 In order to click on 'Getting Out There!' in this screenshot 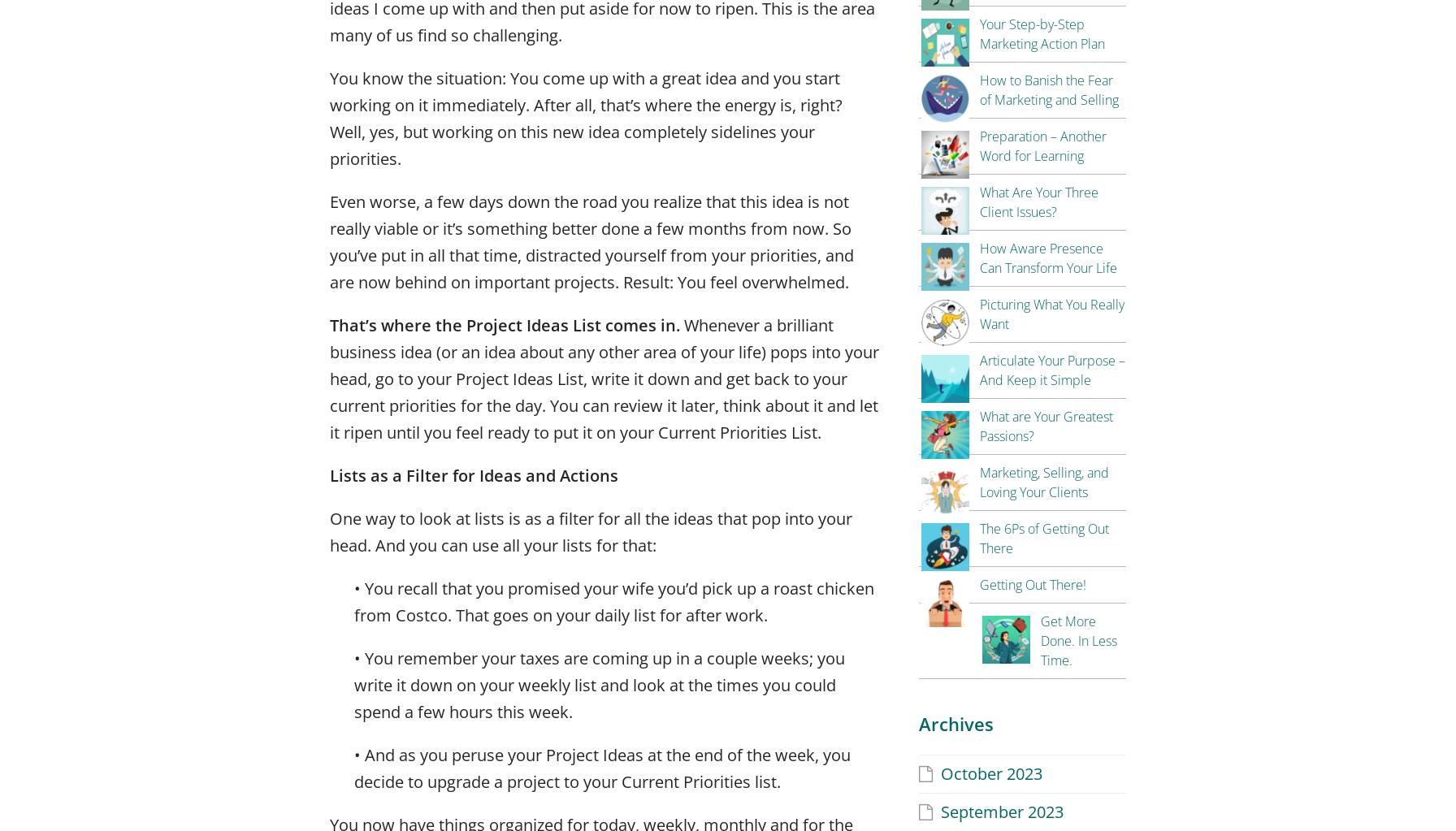, I will do `click(1033, 584)`.